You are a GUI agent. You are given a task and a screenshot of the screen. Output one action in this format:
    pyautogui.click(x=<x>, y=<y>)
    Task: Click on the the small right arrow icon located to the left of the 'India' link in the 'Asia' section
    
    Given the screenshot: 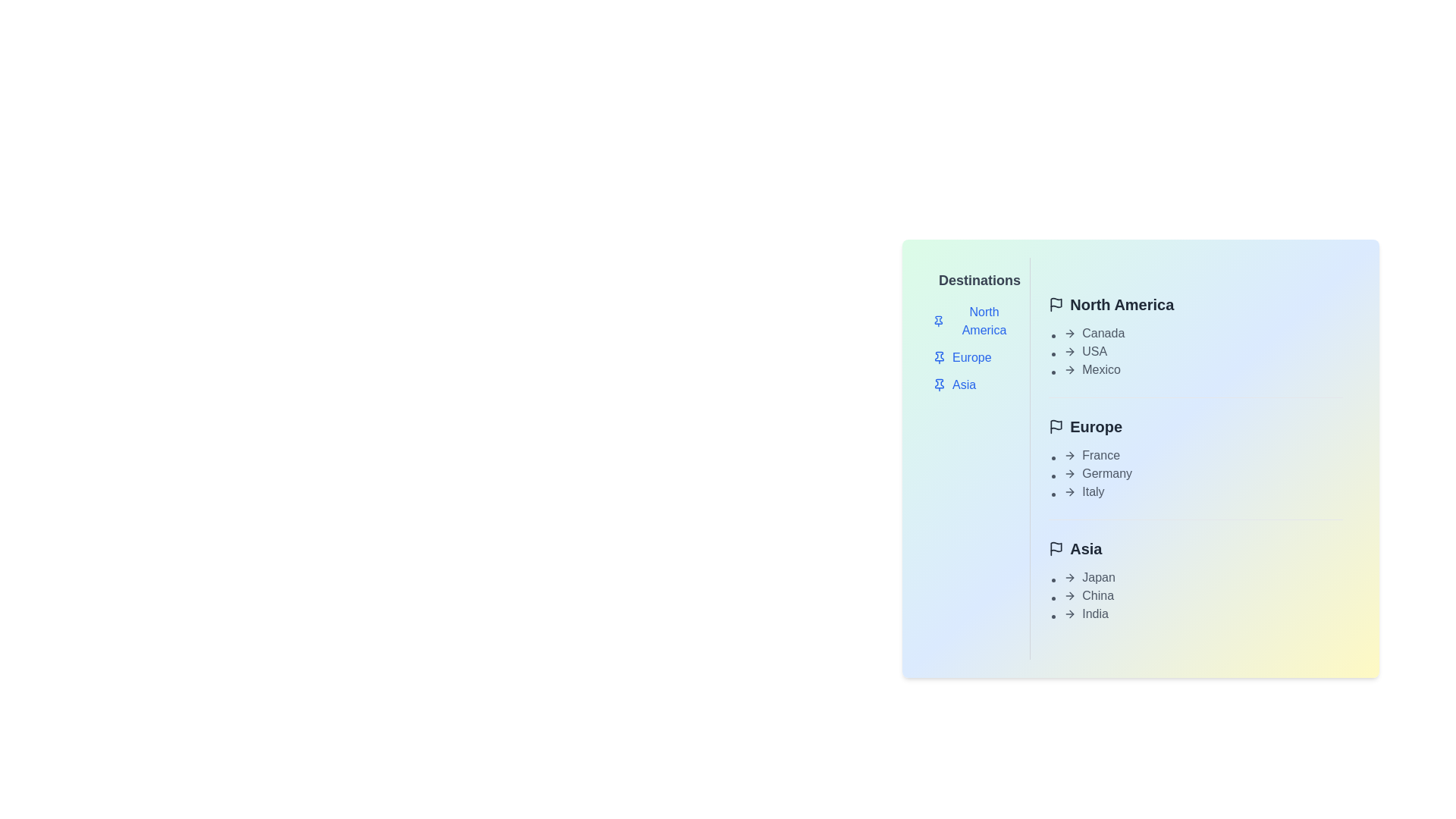 What is the action you would take?
    pyautogui.click(x=1069, y=614)
    